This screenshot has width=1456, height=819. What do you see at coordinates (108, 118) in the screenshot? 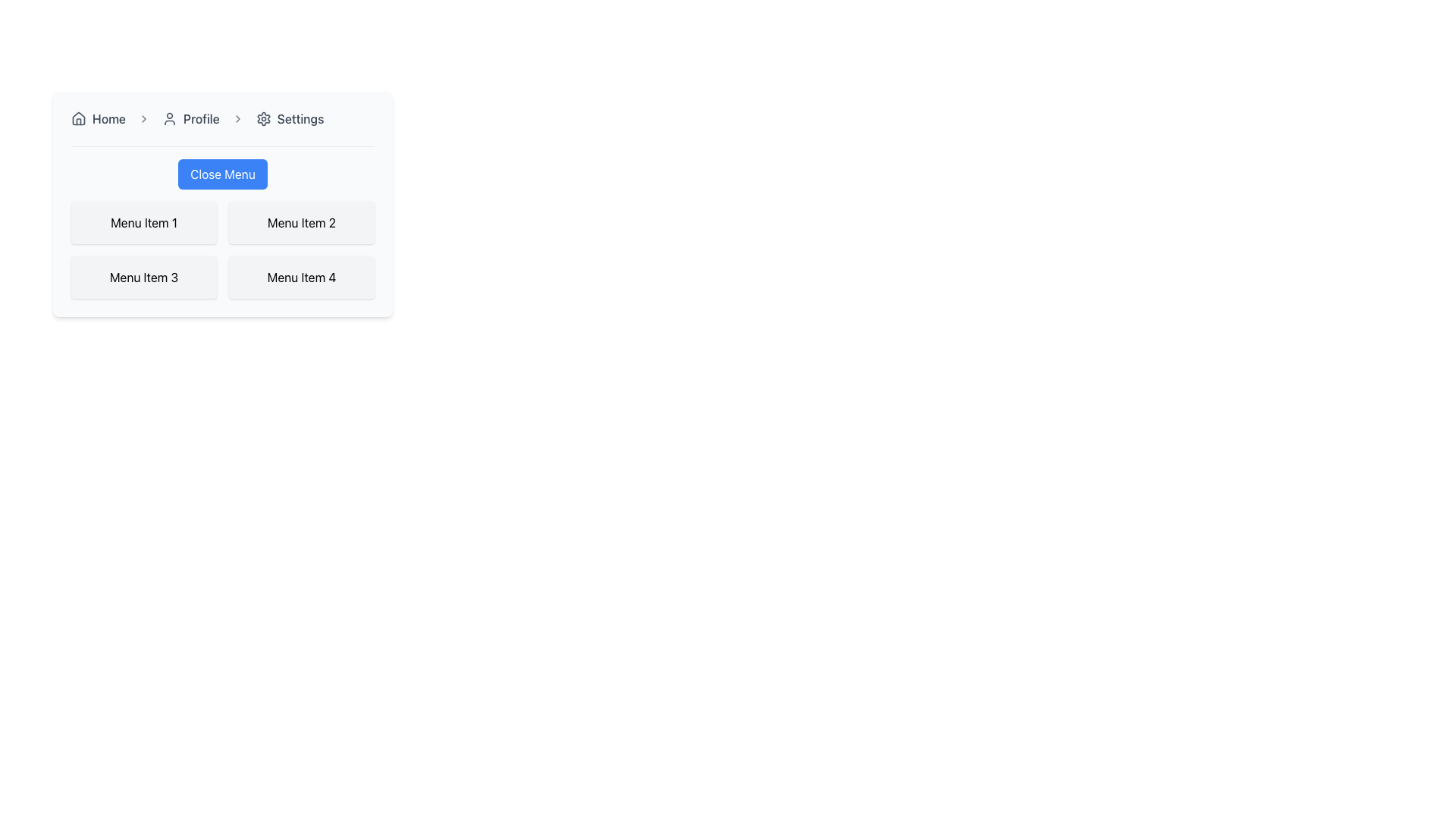
I see `the 'Home' text label, which is styled in dark gray and located in the navigation bar adjacent to a house icon` at bounding box center [108, 118].